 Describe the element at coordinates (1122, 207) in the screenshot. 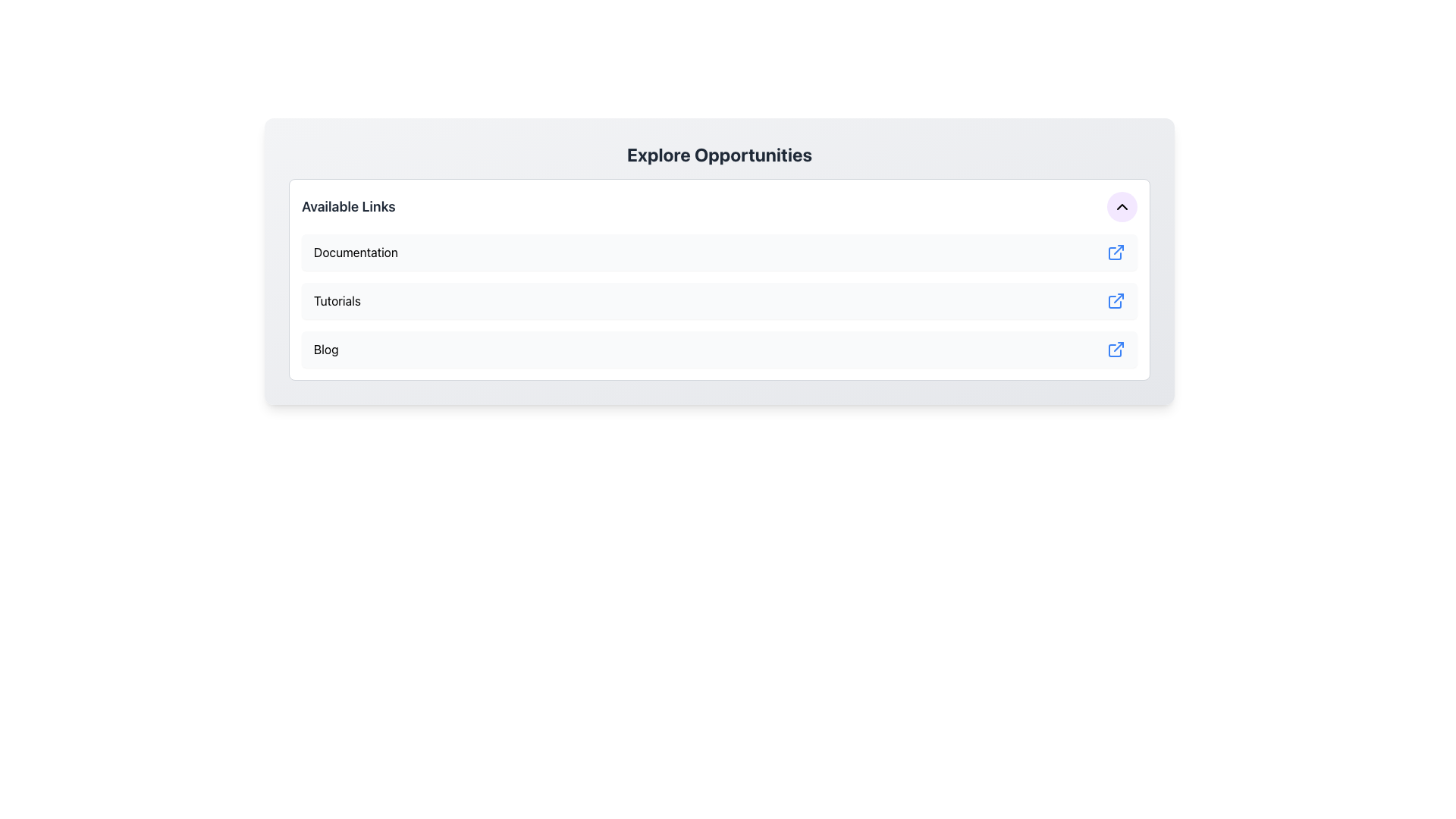

I see `the toggle icon in the circular, purple-highlighted button at the top-right corner of the 'Available Links' card` at that location.